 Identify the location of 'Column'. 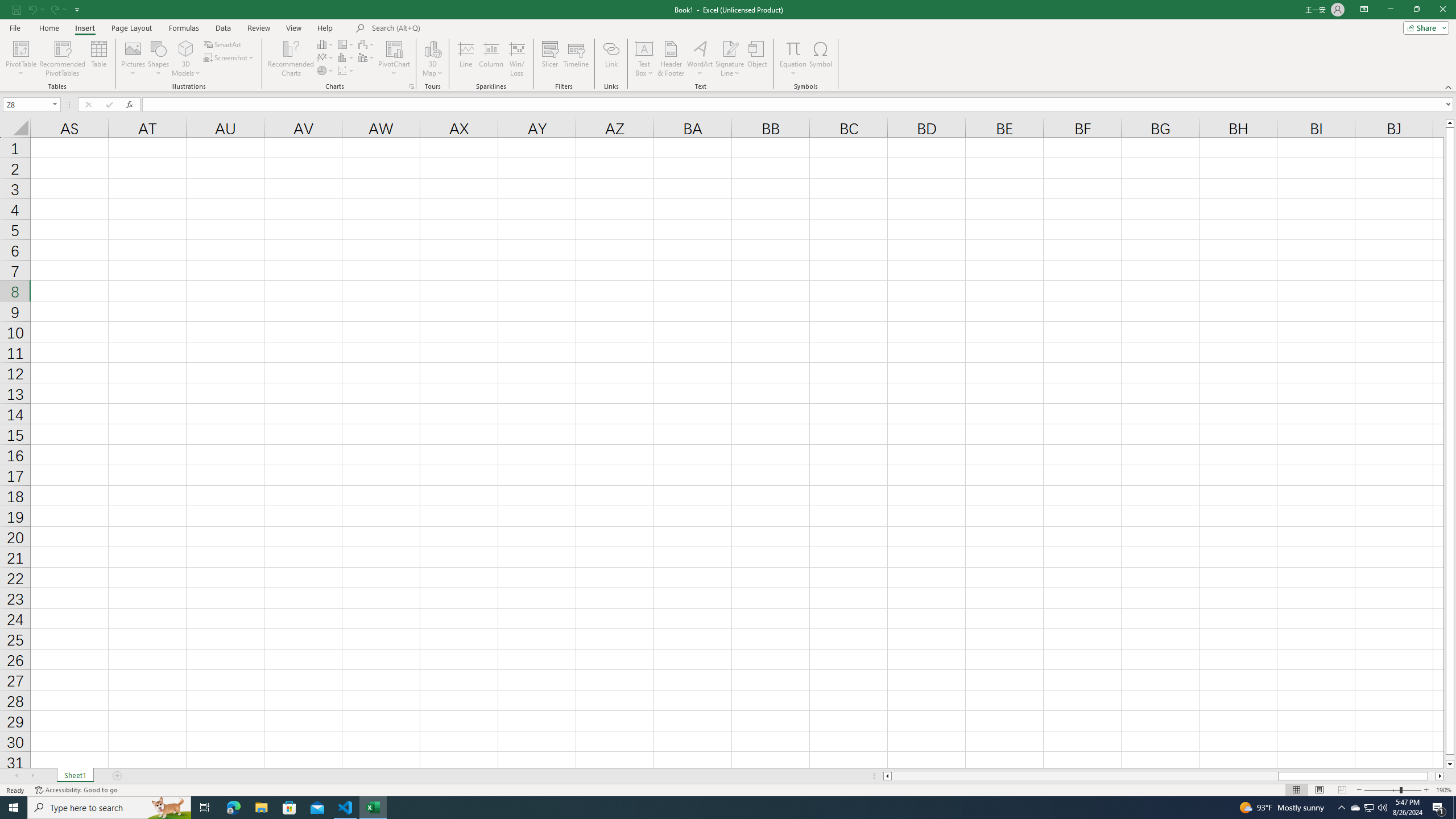
(491, 59).